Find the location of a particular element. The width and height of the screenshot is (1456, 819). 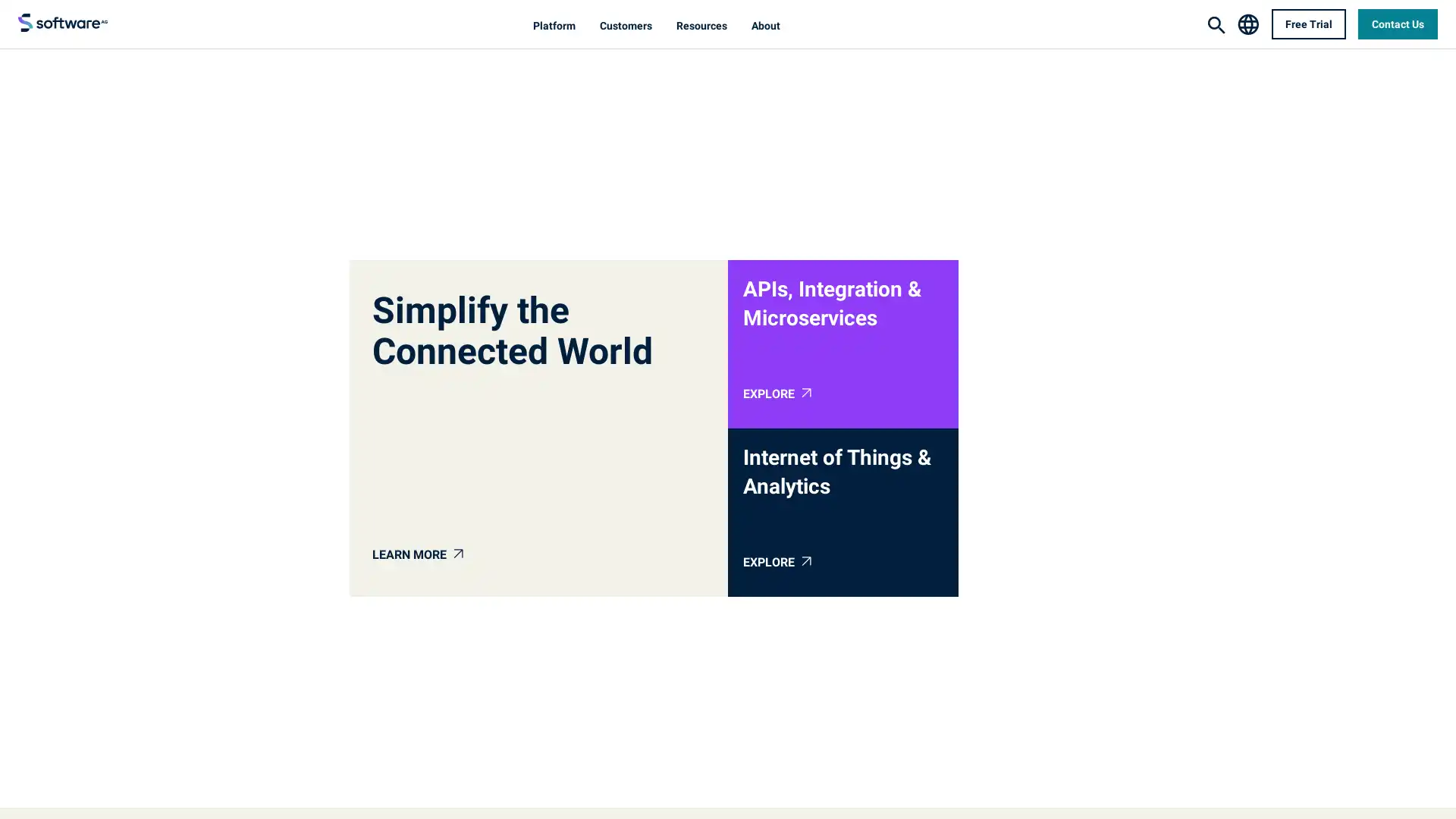

Search is located at coordinates (1216, 25).